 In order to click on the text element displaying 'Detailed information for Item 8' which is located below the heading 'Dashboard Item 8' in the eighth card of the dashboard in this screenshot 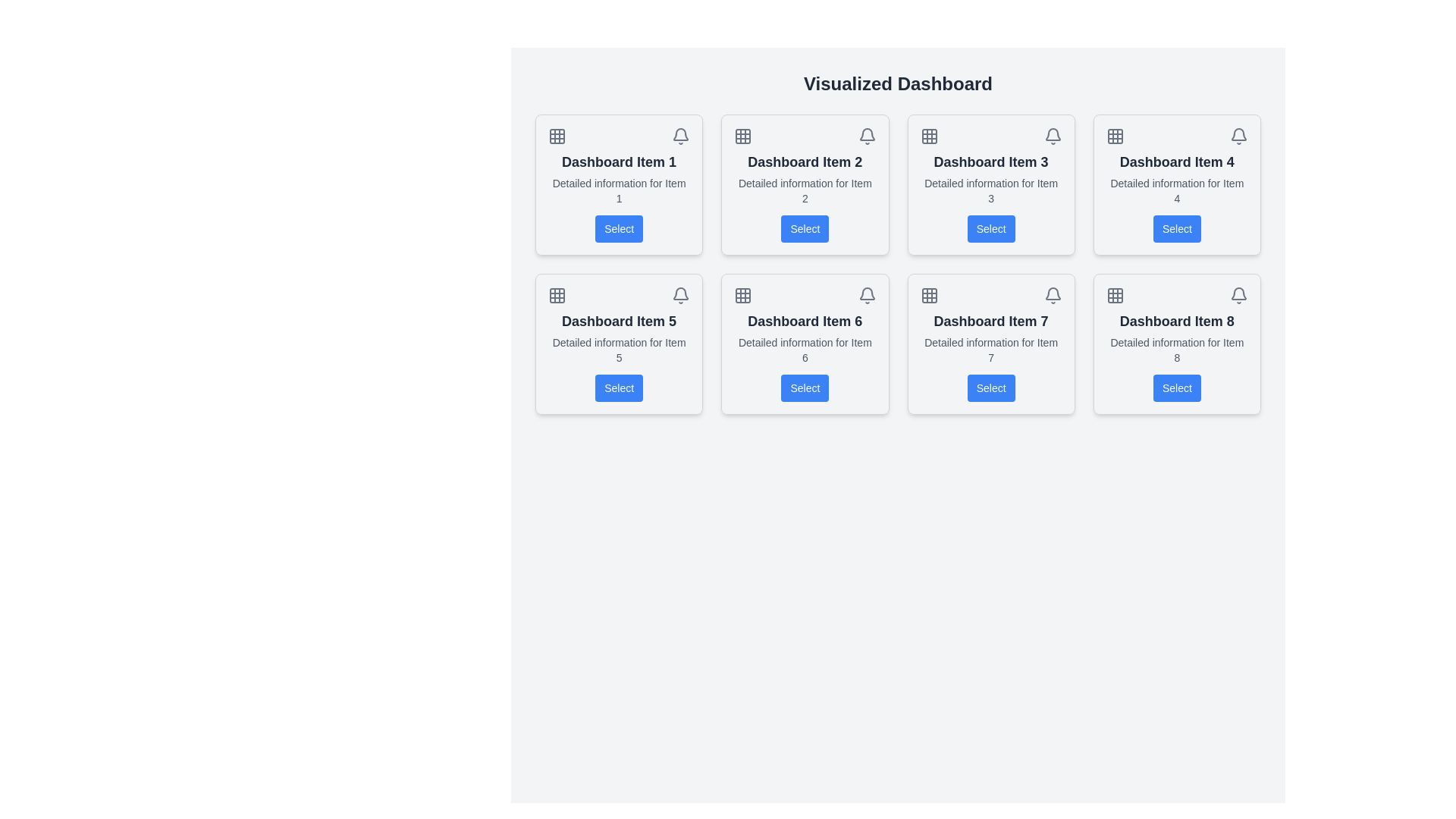, I will do `click(1176, 350)`.